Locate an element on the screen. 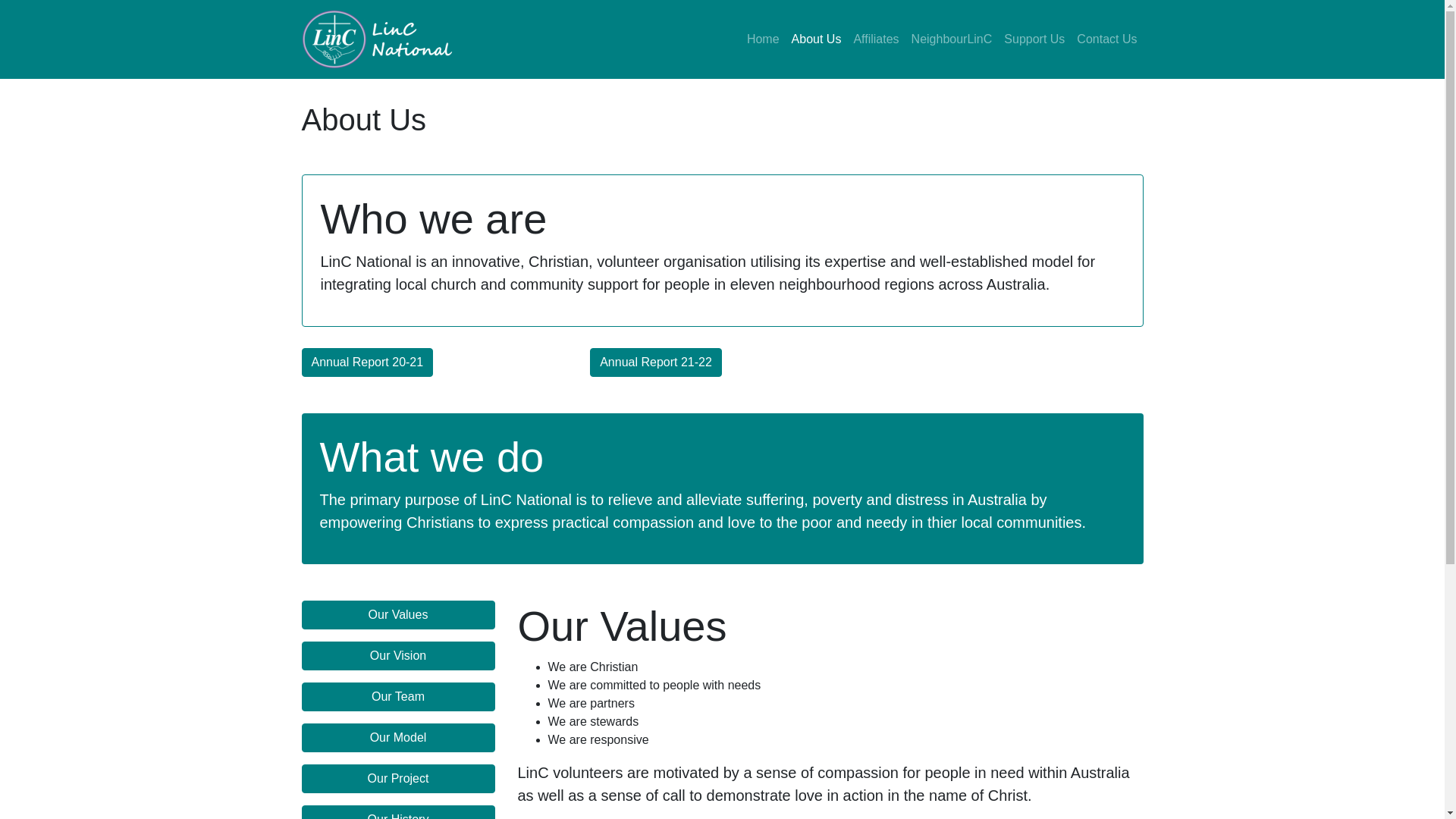 This screenshot has width=1456, height=819. 'Our Project' is located at coordinates (398, 778).